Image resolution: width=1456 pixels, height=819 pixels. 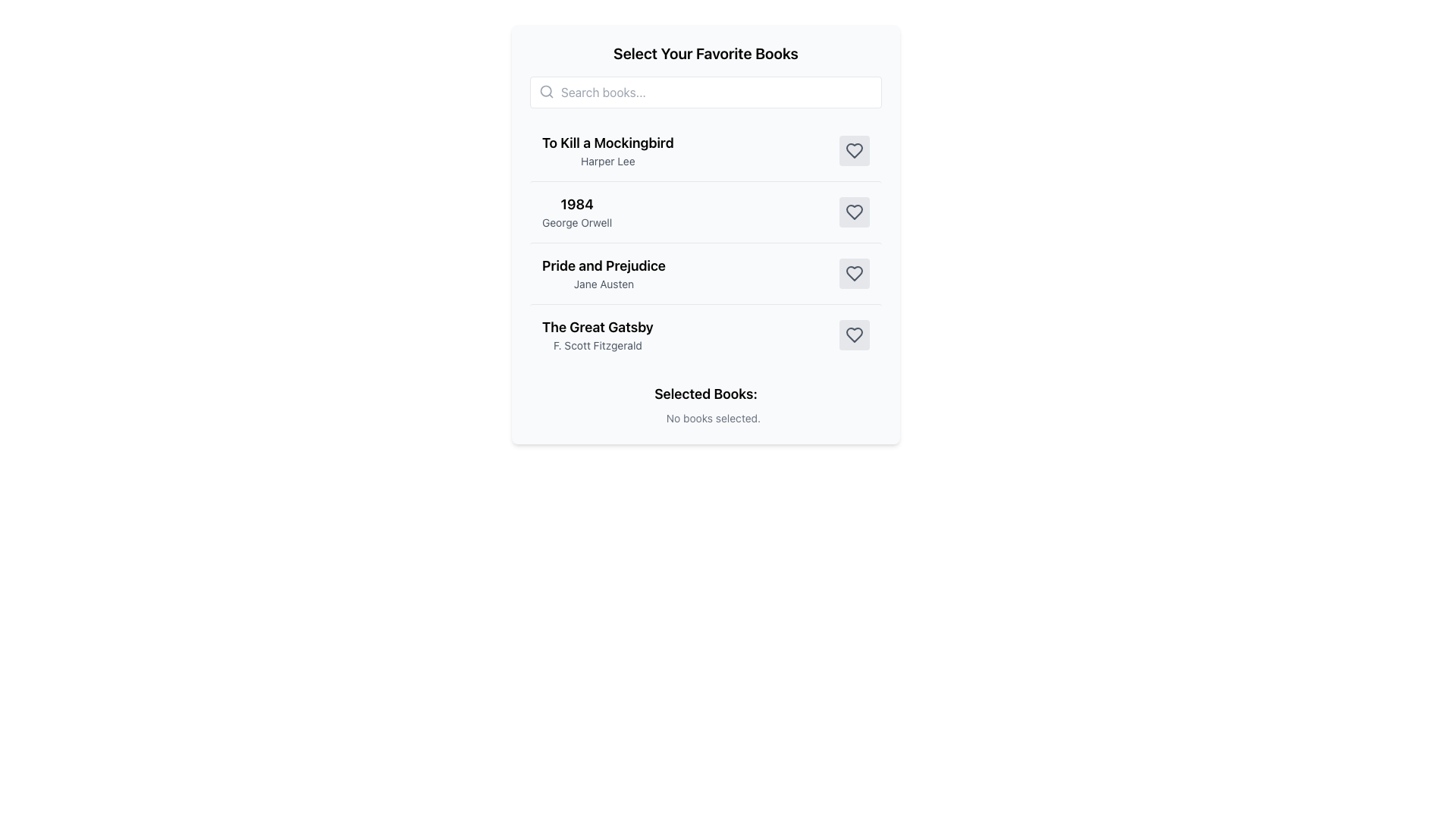 What do you see at coordinates (855, 151) in the screenshot?
I see `the heart-shaped icon to favorite or unfavorite the book located to the right of the text 'To Kill a Mockingbird' by Harper Lee in the book selection list` at bounding box center [855, 151].